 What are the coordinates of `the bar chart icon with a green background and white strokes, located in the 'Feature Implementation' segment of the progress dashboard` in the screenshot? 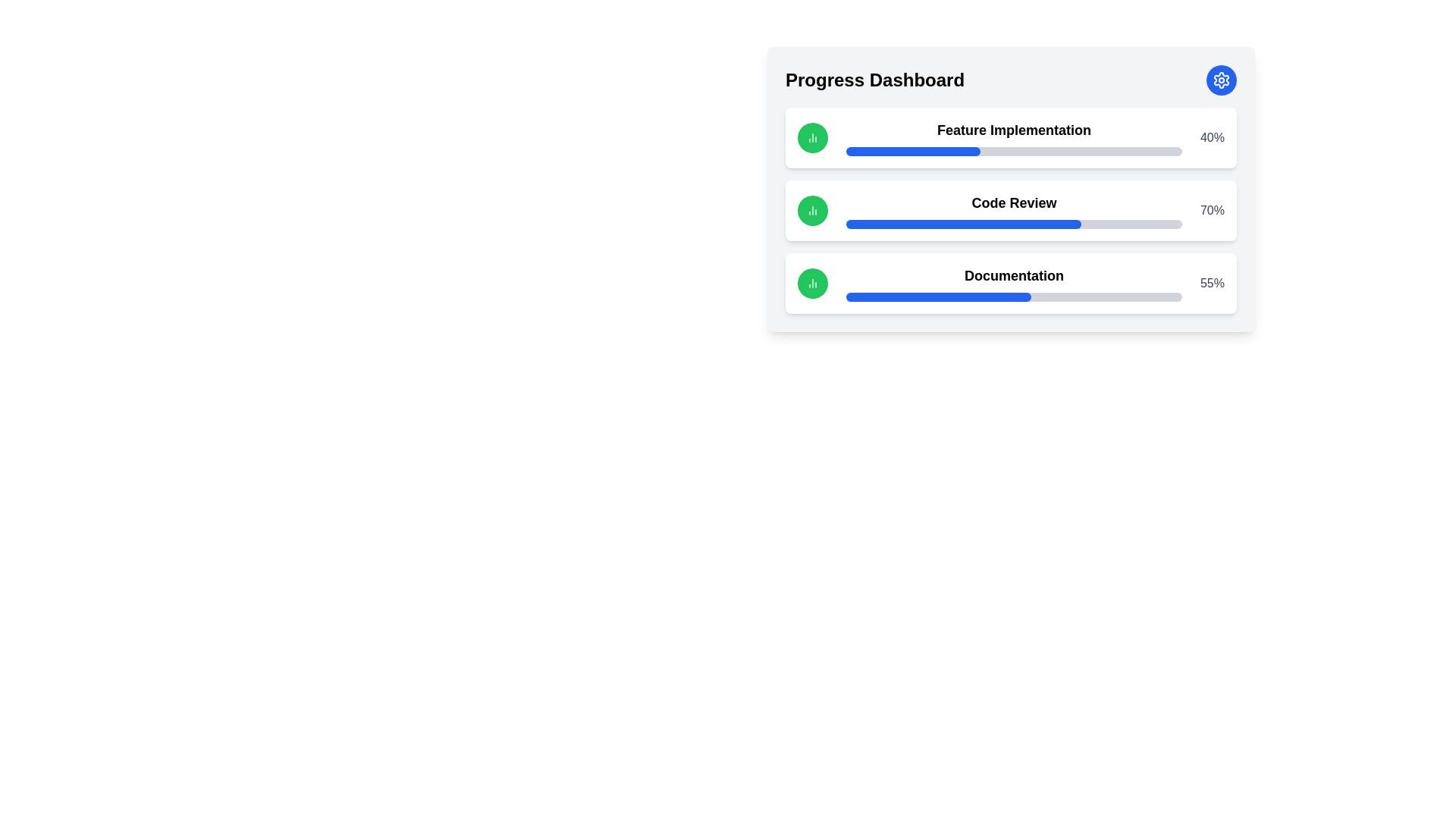 It's located at (811, 137).